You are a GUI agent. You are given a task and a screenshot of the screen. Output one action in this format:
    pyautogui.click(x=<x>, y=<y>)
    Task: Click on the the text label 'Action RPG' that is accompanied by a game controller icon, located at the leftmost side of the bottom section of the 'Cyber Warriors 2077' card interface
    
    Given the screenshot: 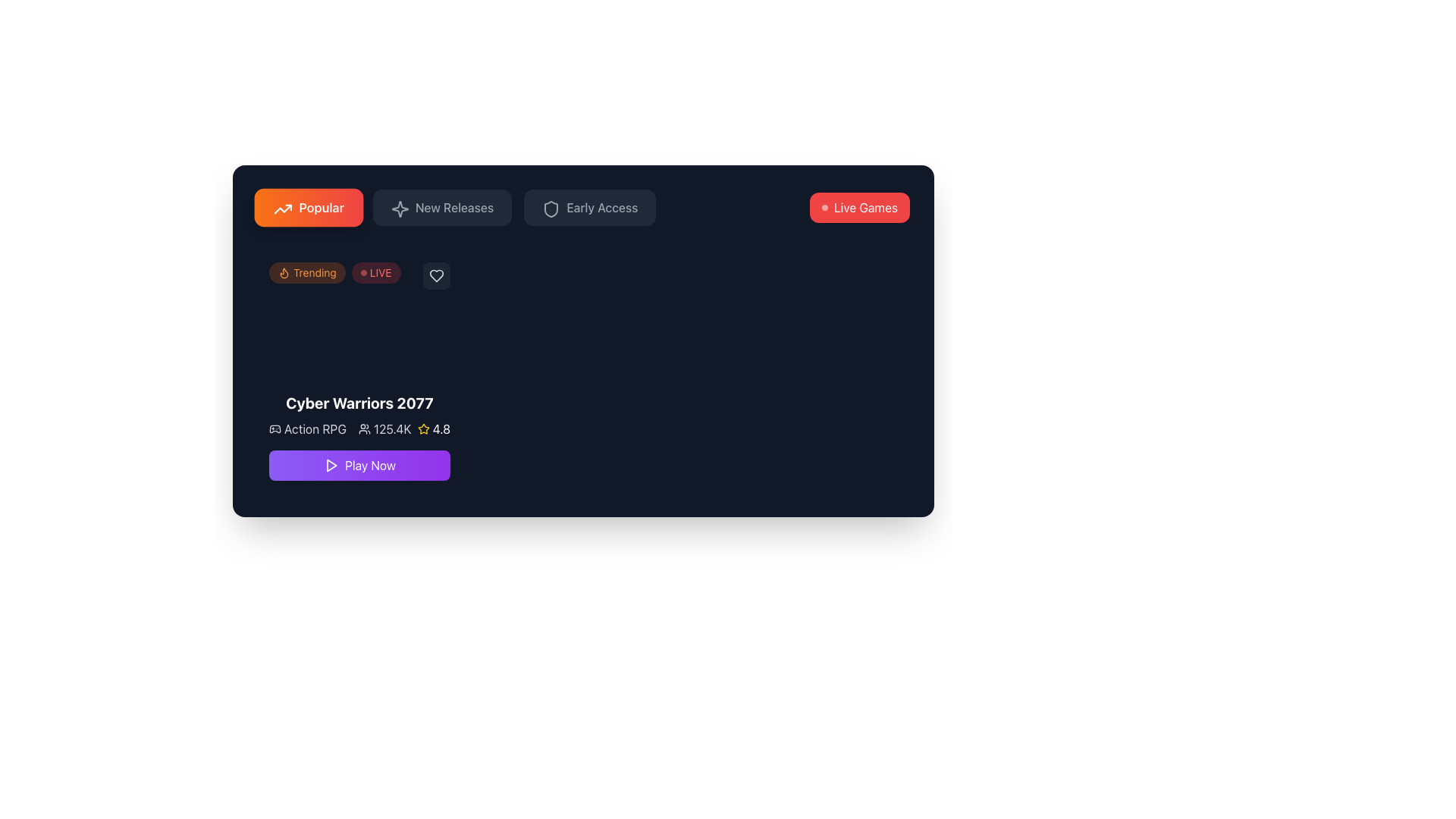 What is the action you would take?
    pyautogui.click(x=339, y=429)
    